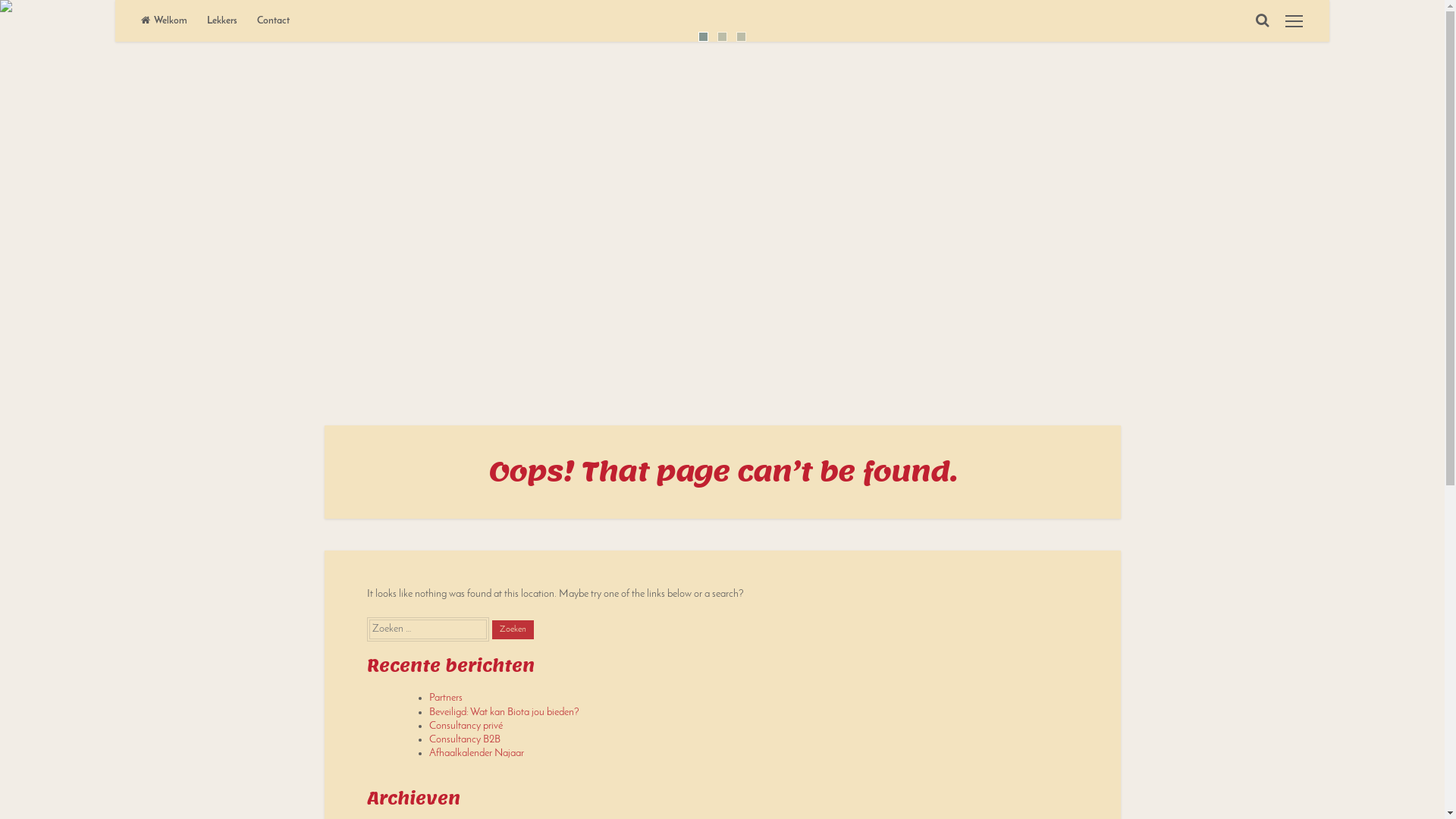  I want to click on 'Afhaalkalender Najaar', so click(475, 753).